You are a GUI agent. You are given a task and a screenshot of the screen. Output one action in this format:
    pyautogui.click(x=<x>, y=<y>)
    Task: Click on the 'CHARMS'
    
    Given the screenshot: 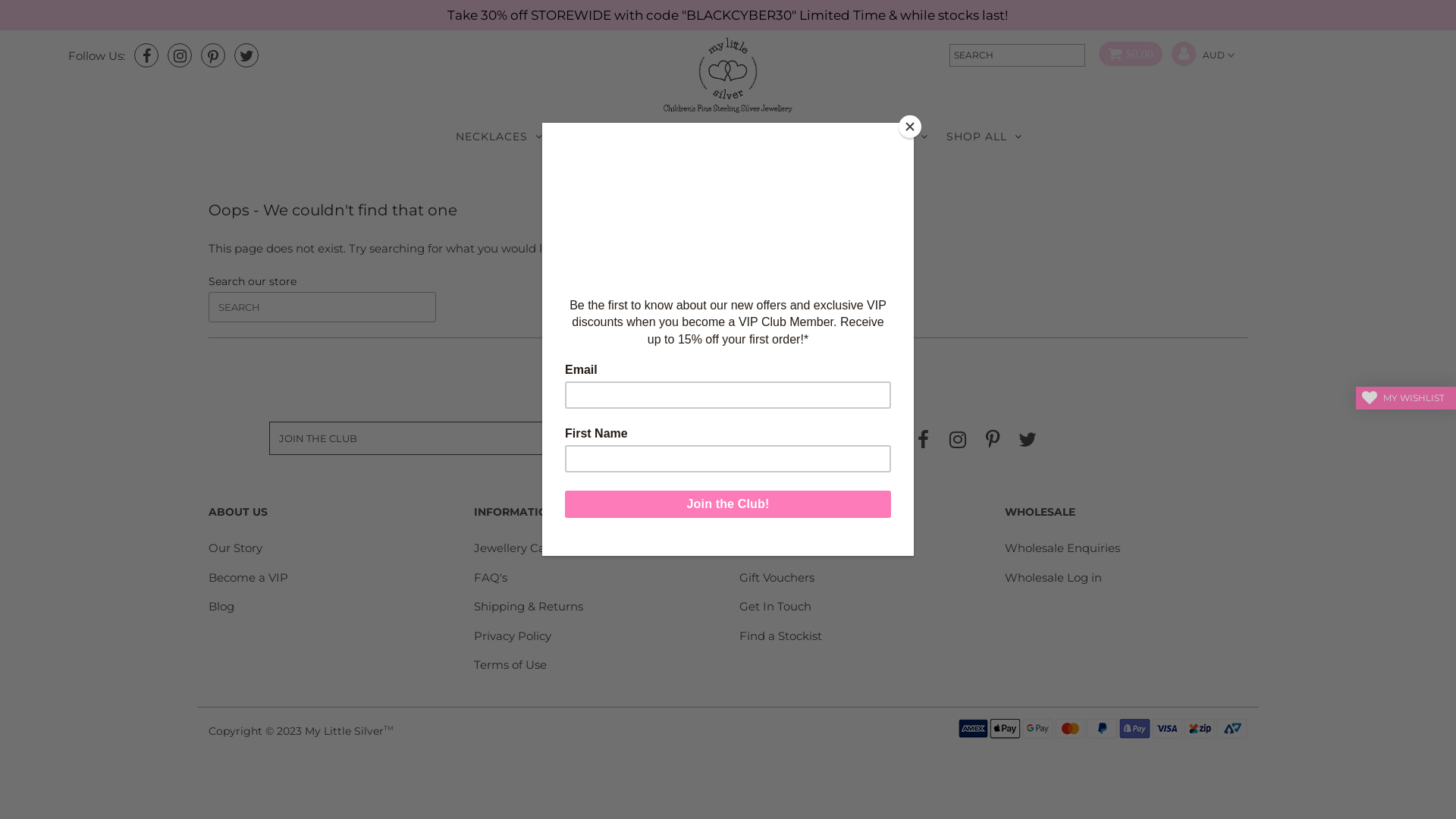 What is the action you would take?
    pyautogui.click(x=793, y=136)
    